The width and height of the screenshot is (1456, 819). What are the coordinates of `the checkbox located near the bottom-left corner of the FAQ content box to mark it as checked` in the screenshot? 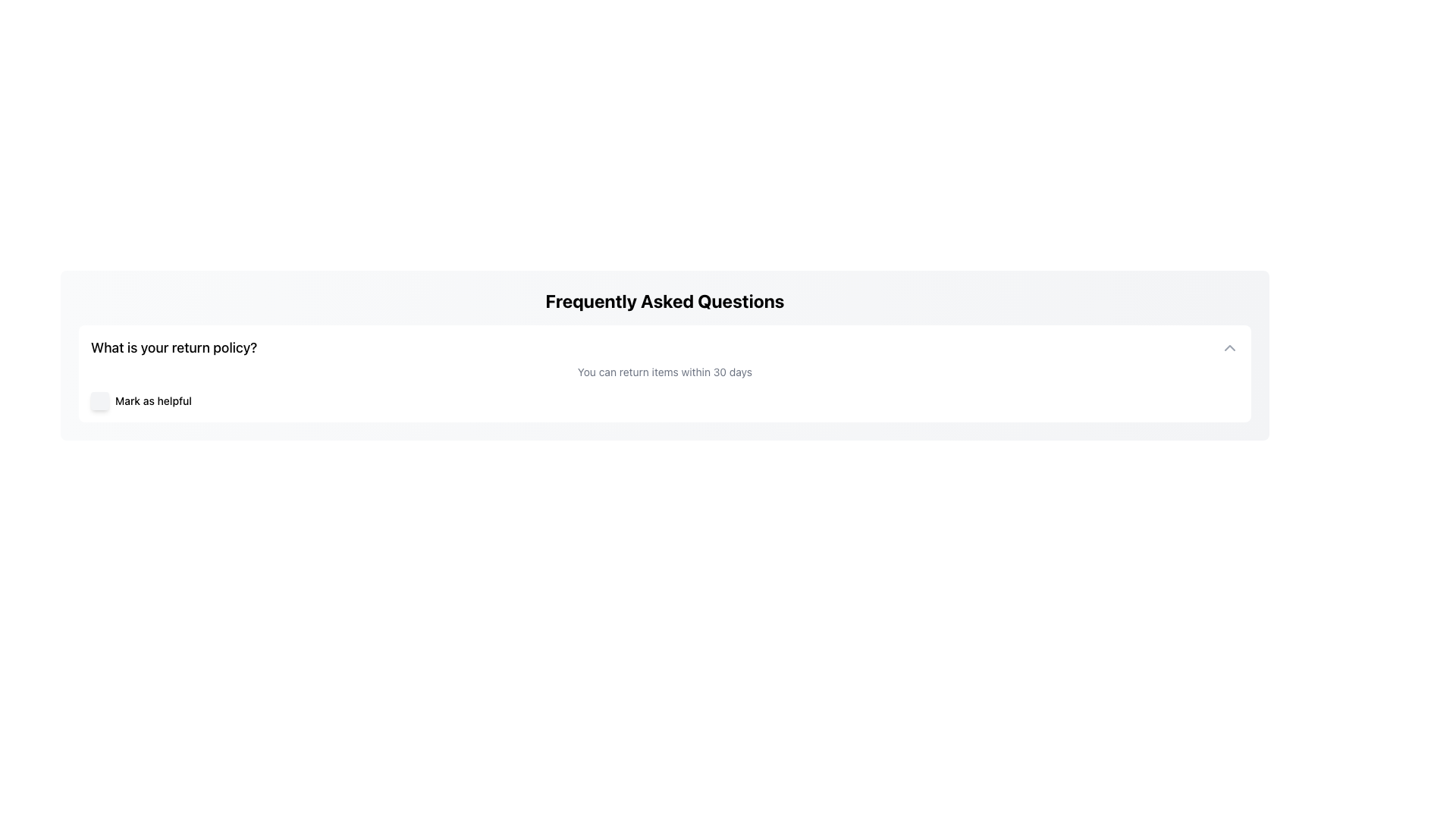 It's located at (99, 400).